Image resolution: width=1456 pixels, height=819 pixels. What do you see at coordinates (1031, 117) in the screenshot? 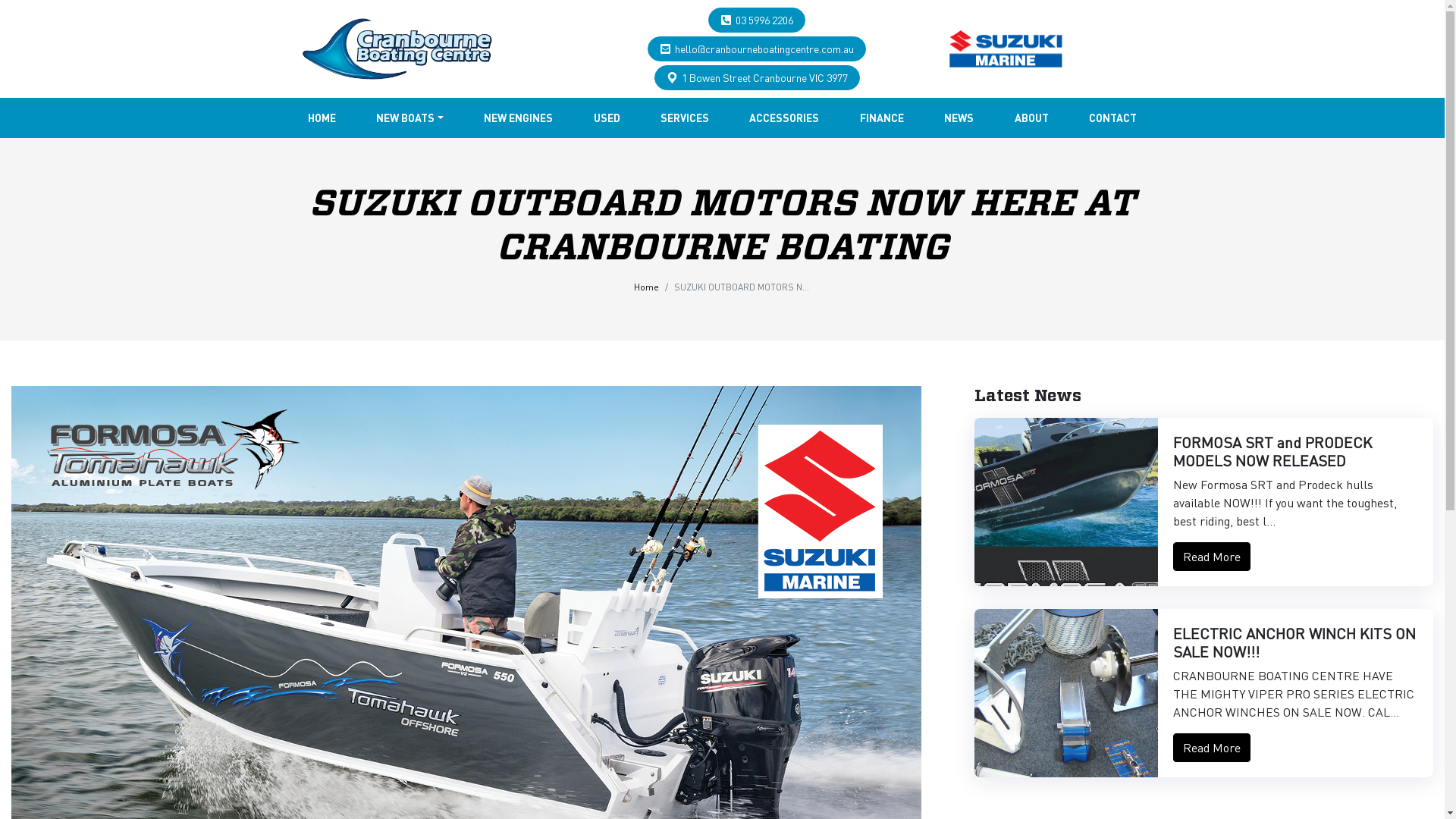
I see `'ABOUT'` at bounding box center [1031, 117].